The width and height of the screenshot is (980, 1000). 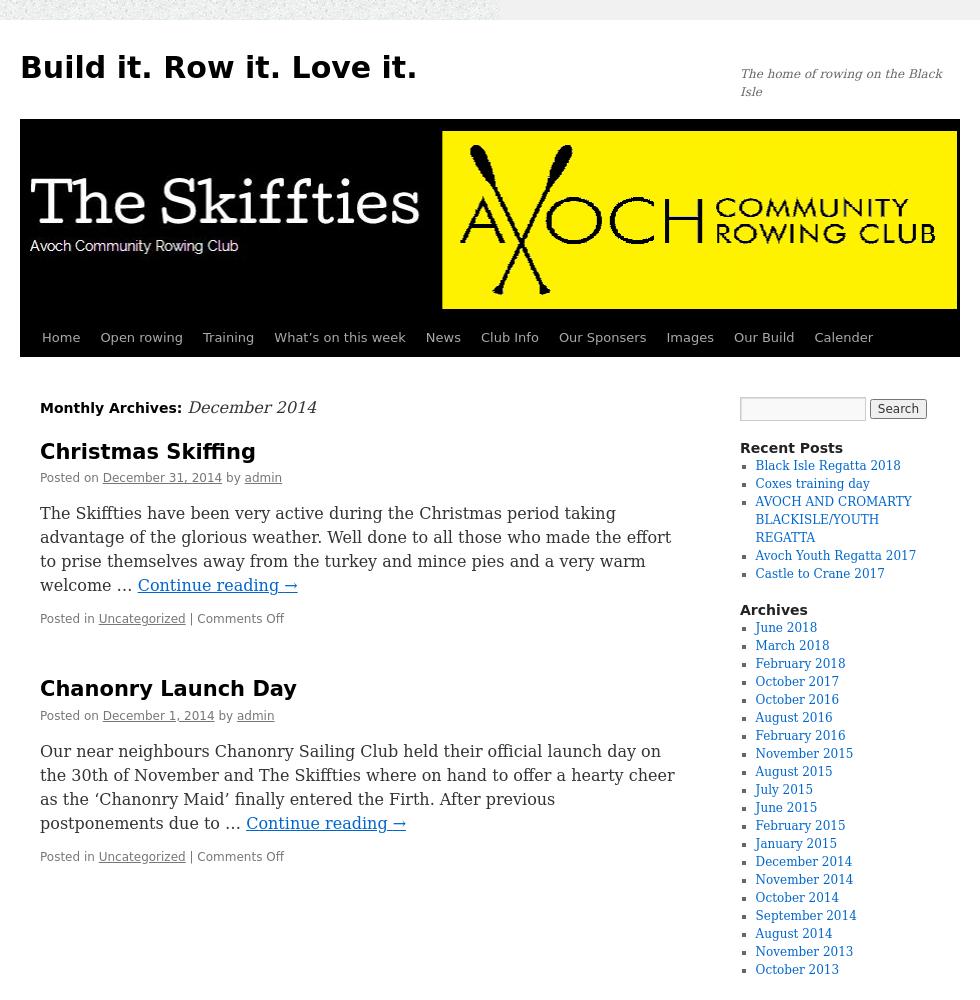 I want to click on 'Black Isle Regatta 2018', so click(x=828, y=465).